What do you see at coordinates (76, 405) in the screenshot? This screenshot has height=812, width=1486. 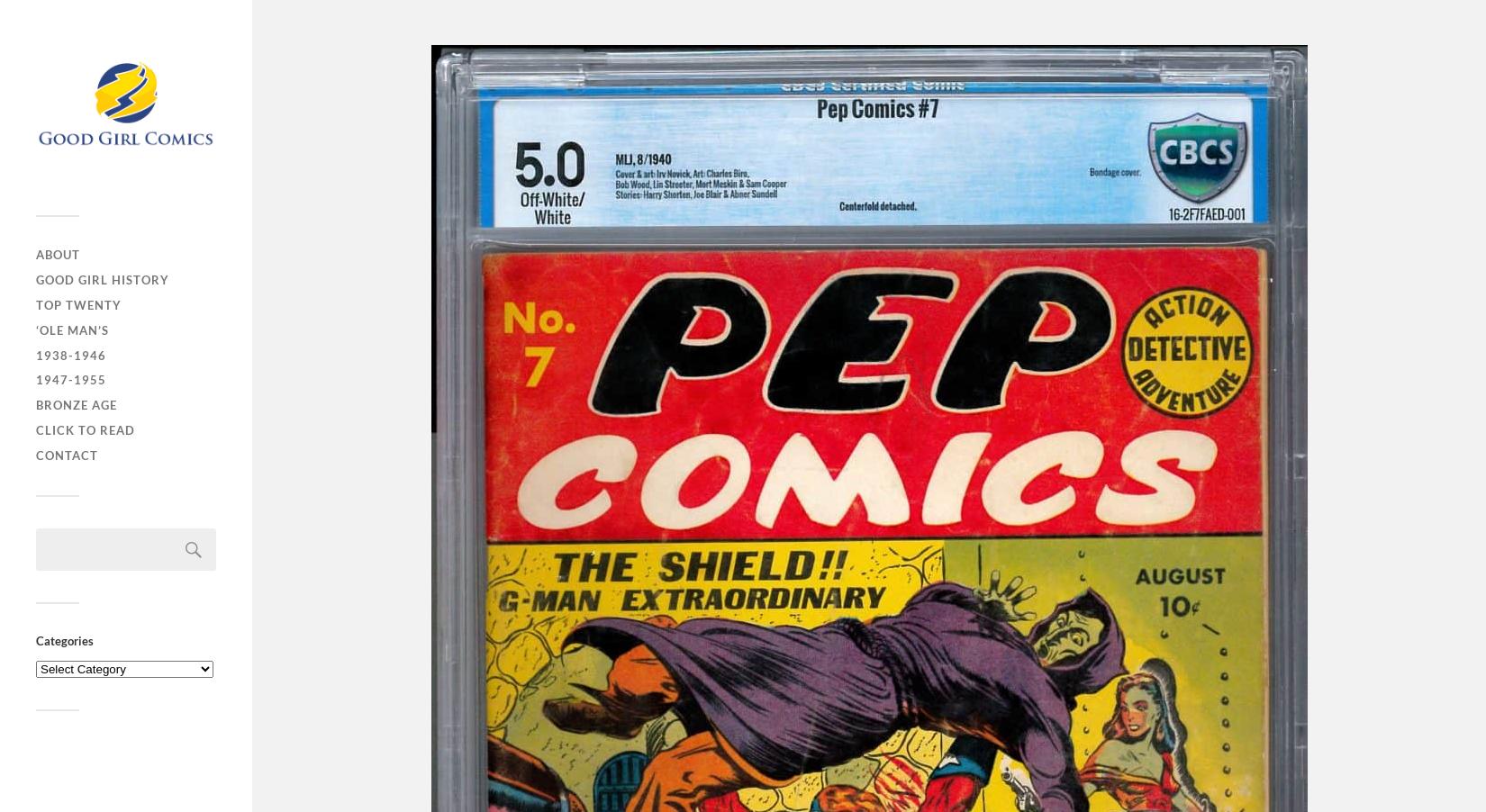 I see `'Bronze Age'` at bounding box center [76, 405].